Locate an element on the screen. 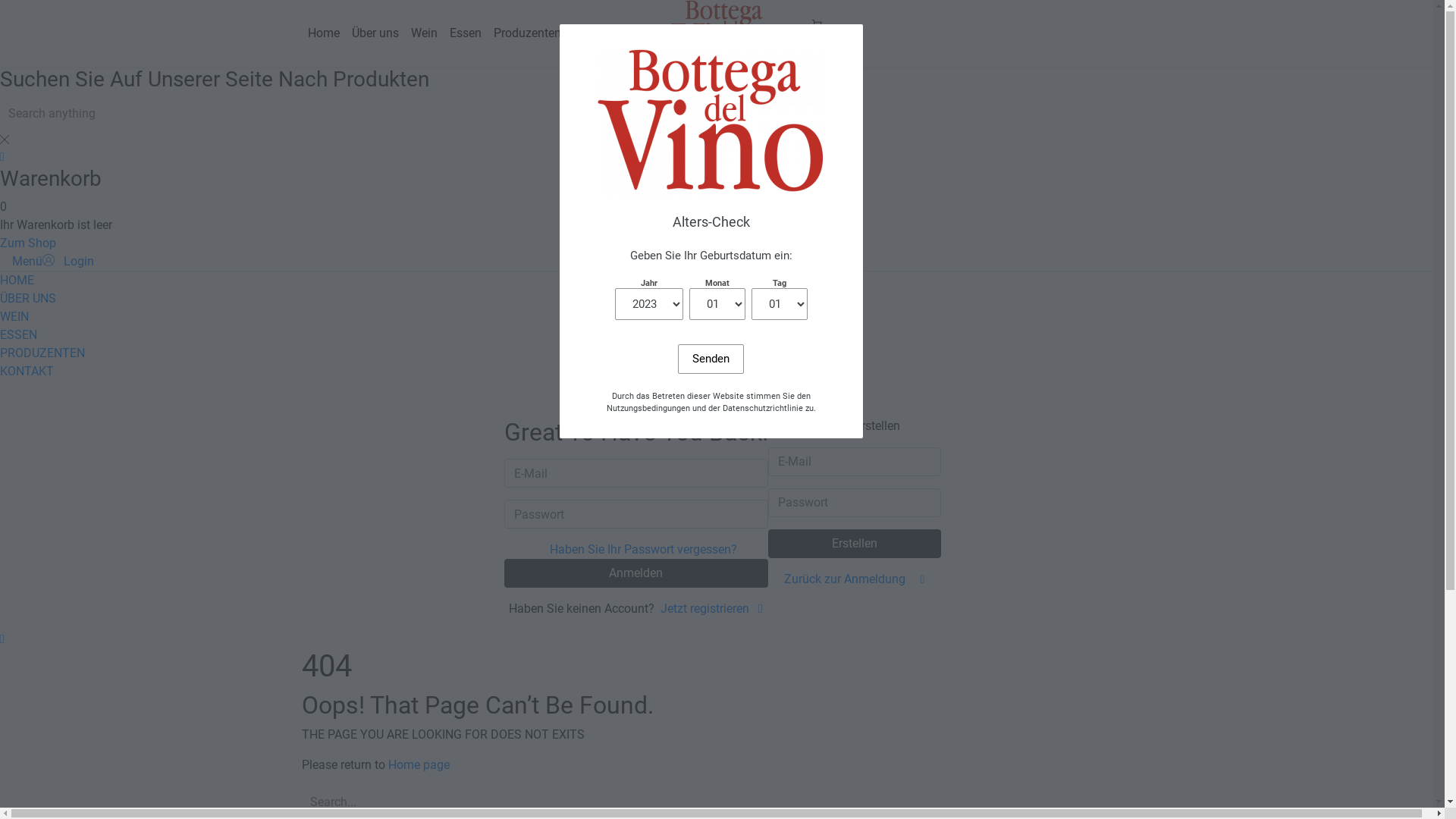 The image size is (1456, 819). 'KONTAKT' is located at coordinates (27, 371).